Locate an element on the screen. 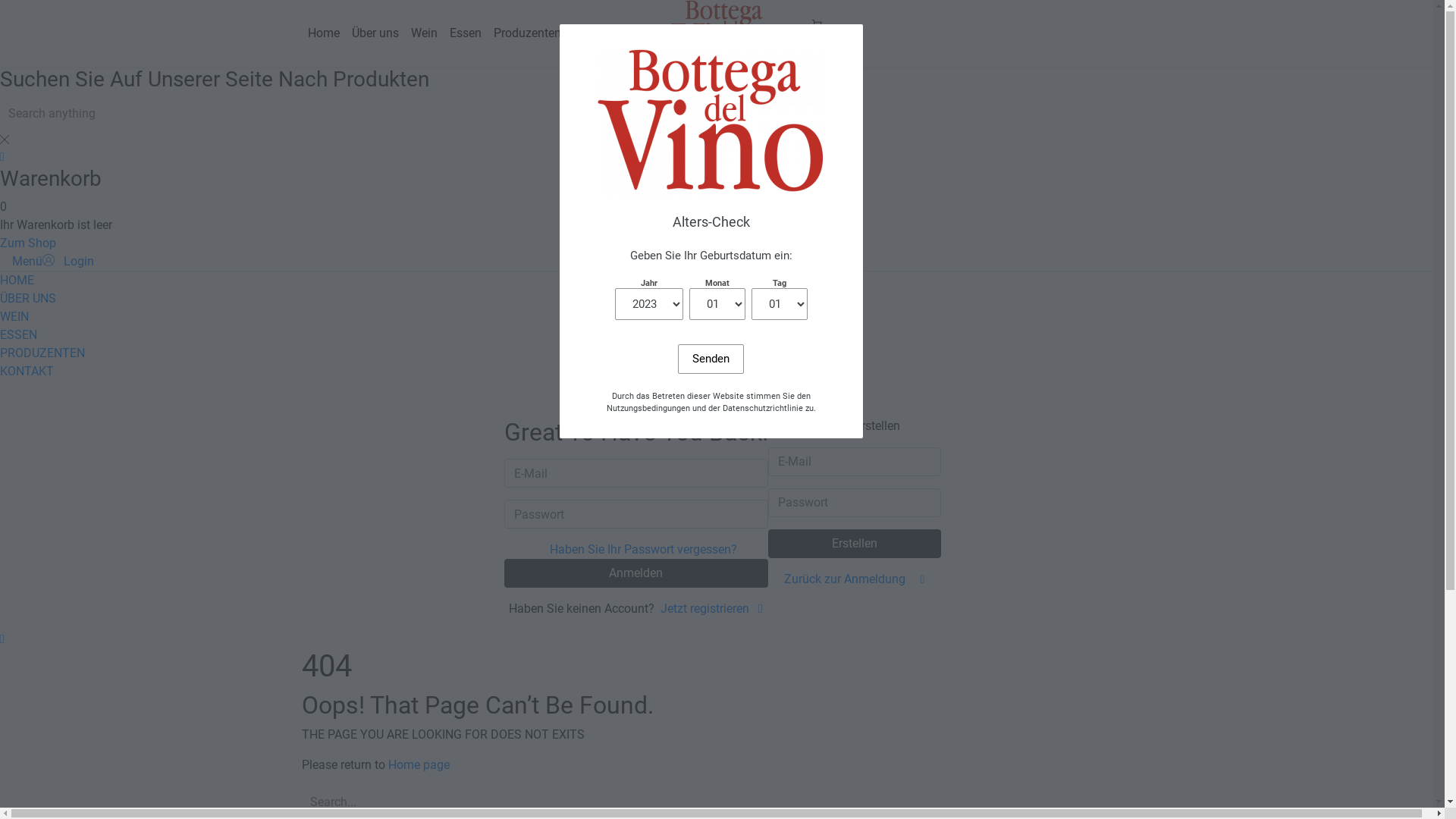 The image size is (1456, 819). 'KONTAKT' is located at coordinates (27, 371).